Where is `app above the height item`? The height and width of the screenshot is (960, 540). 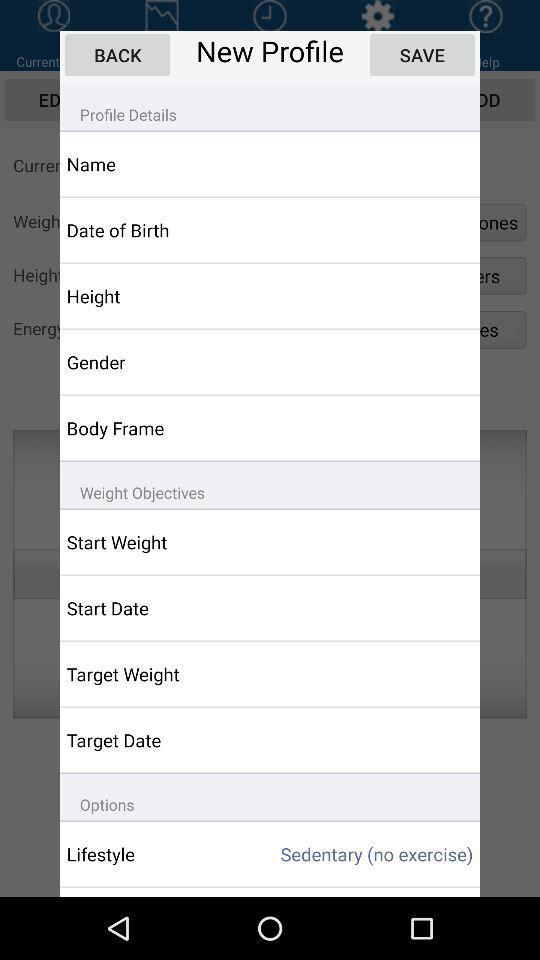 app above the height item is located at coordinates (155, 230).